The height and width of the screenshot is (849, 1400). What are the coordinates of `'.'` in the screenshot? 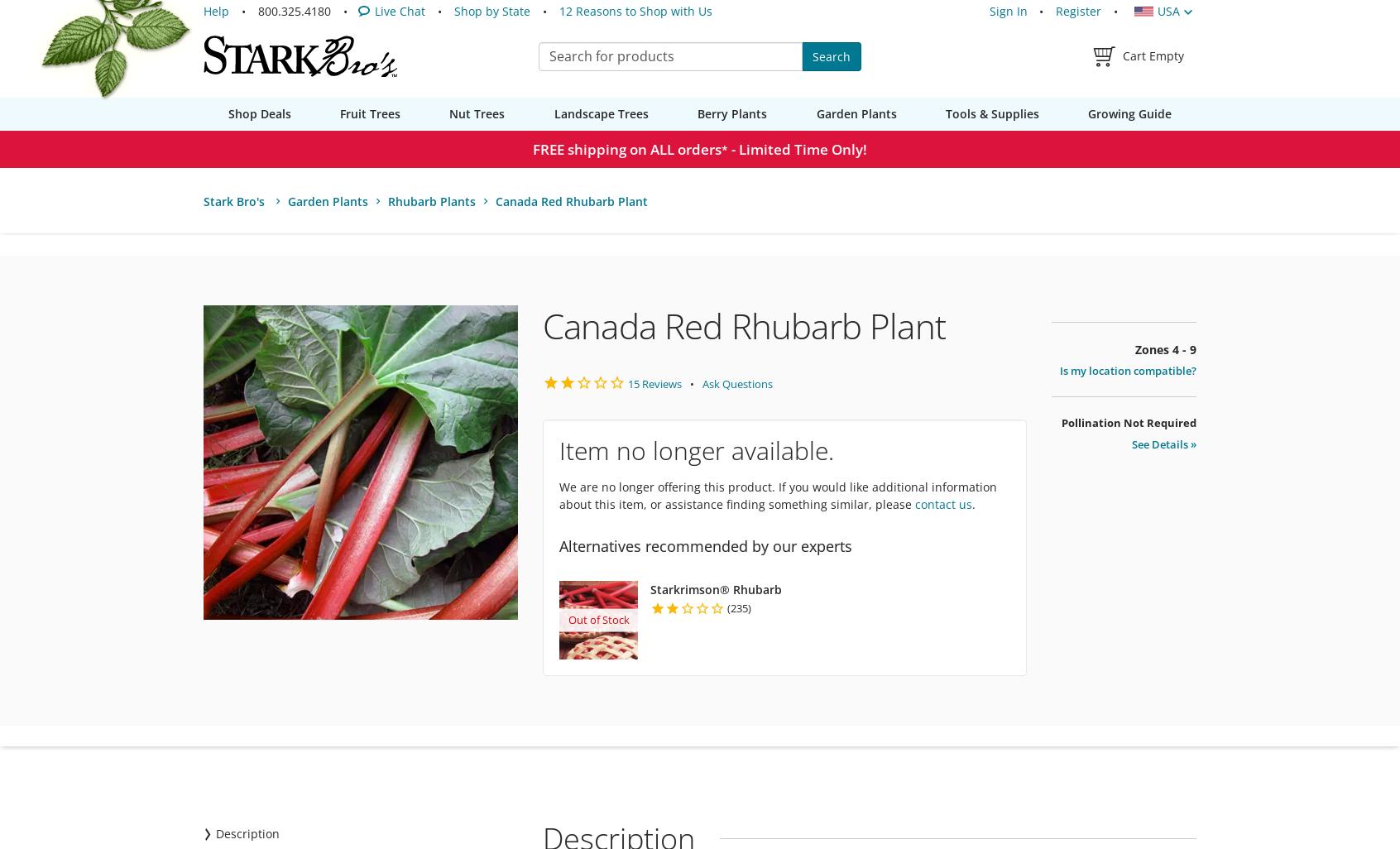 It's located at (972, 503).